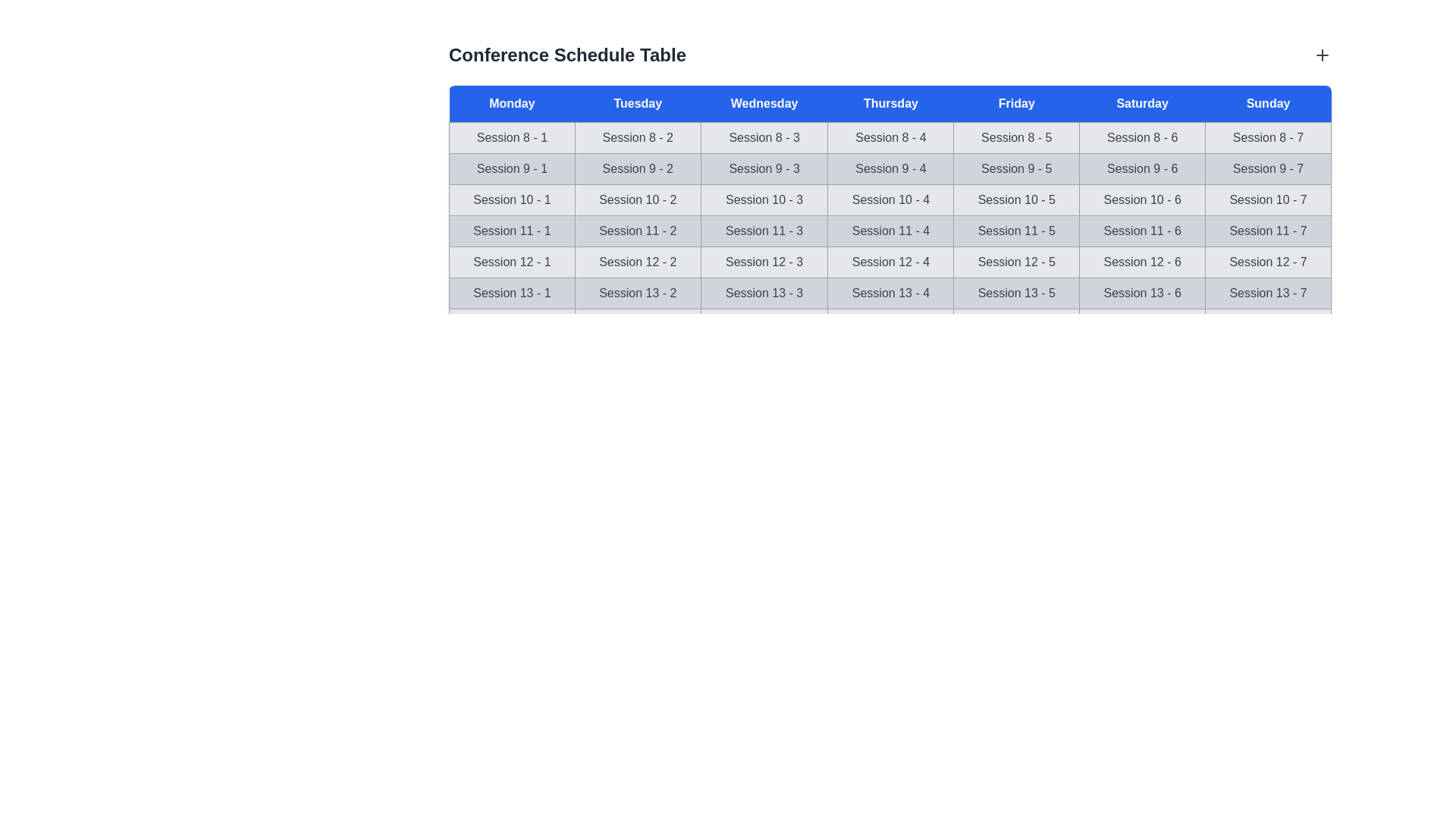 The height and width of the screenshot is (819, 1456). What do you see at coordinates (890, 103) in the screenshot?
I see `the header for Thursday to sort or view details` at bounding box center [890, 103].